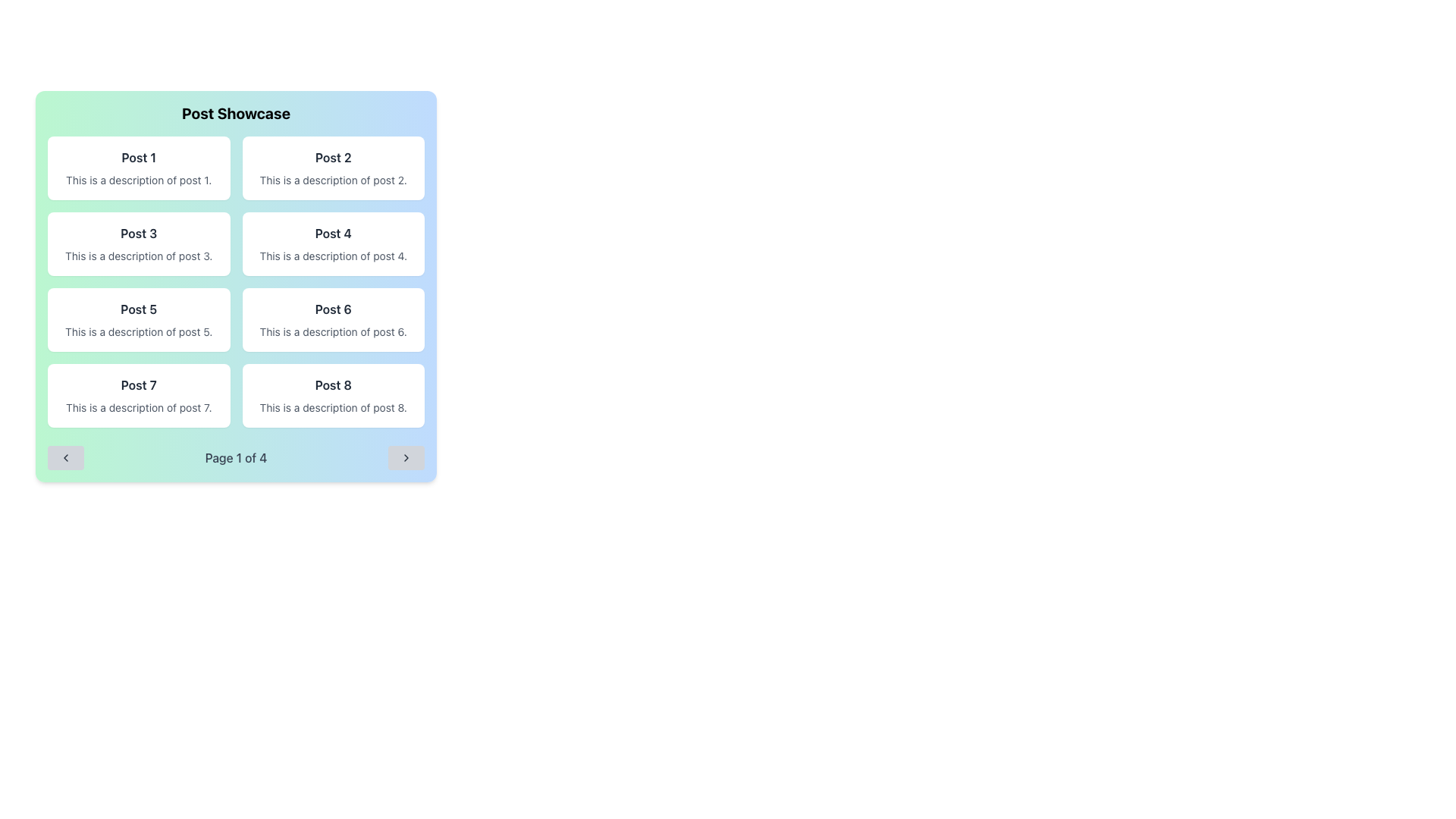  What do you see at coordinates (139, 384) in the screenshot?
I see `the text label displaying 'Post 7' which is bold and dark gray, located at the top of its card in the second row and first column of a 3x3 grid layout` at bounding box center [139, 384].